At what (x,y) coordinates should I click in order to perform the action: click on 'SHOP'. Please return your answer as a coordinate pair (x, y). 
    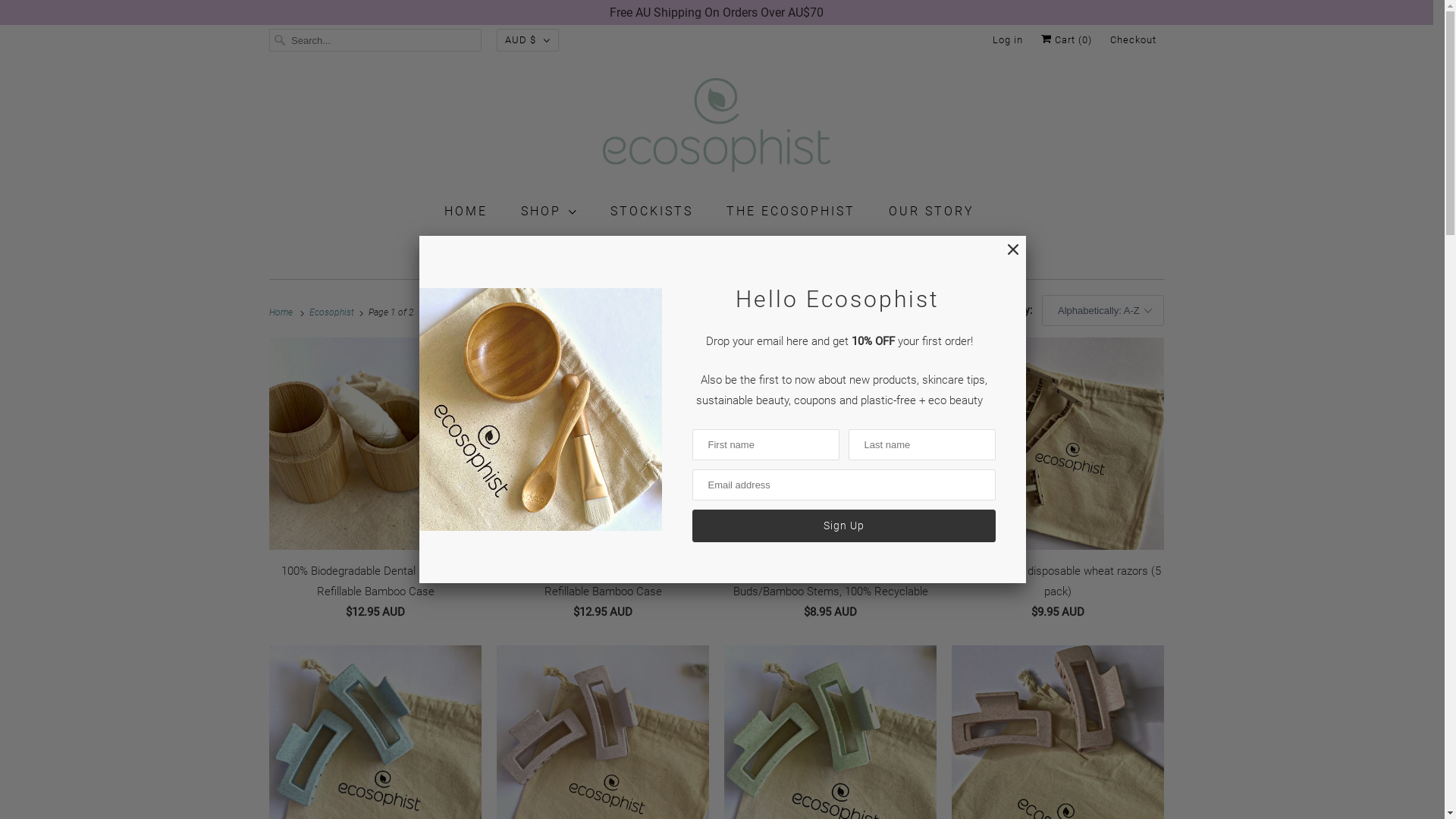
    Looking at the image, I should click on (548, 211).